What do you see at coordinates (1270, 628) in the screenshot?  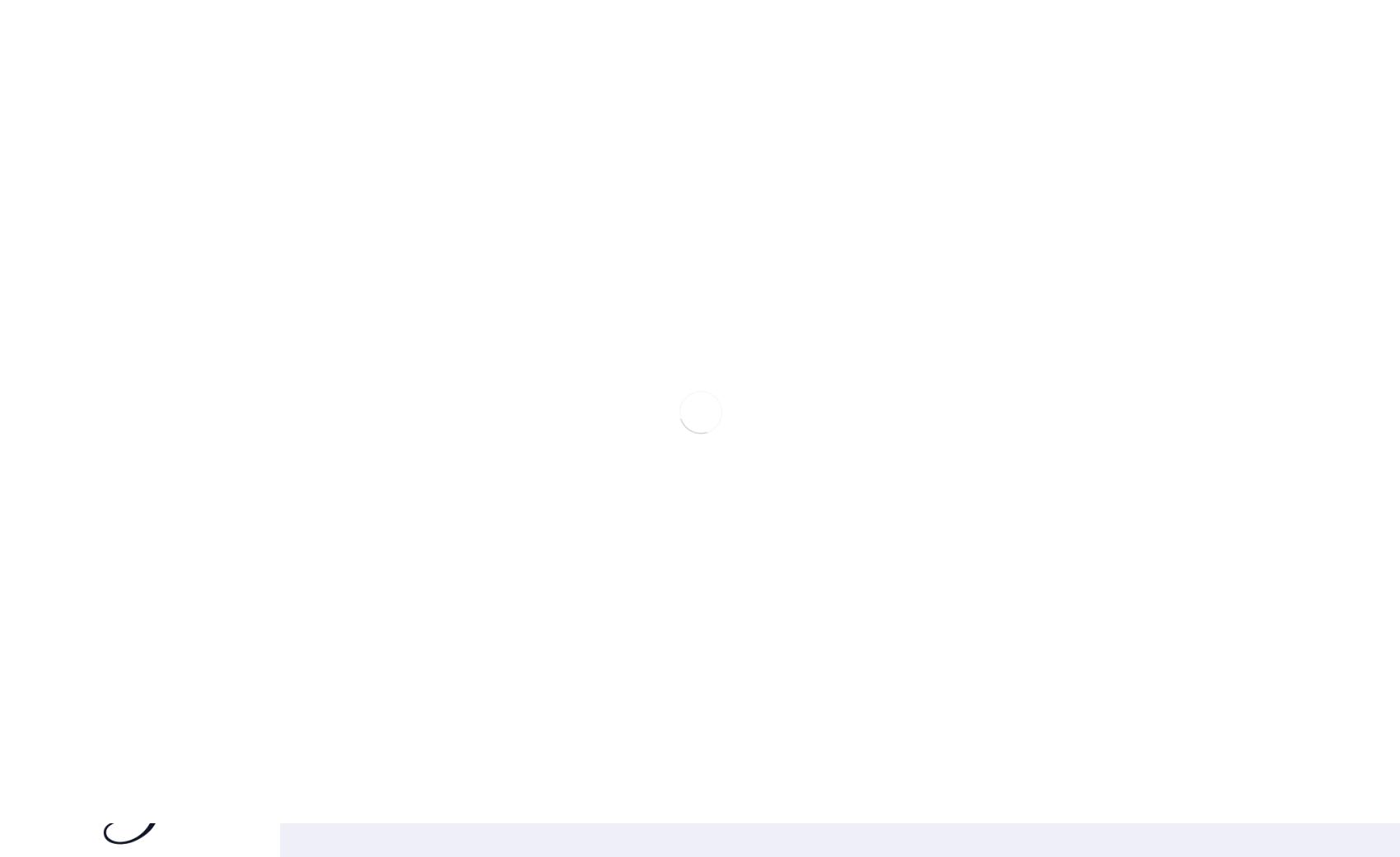 I see `'Leggi di più'` at bounding box center [1270, 628].